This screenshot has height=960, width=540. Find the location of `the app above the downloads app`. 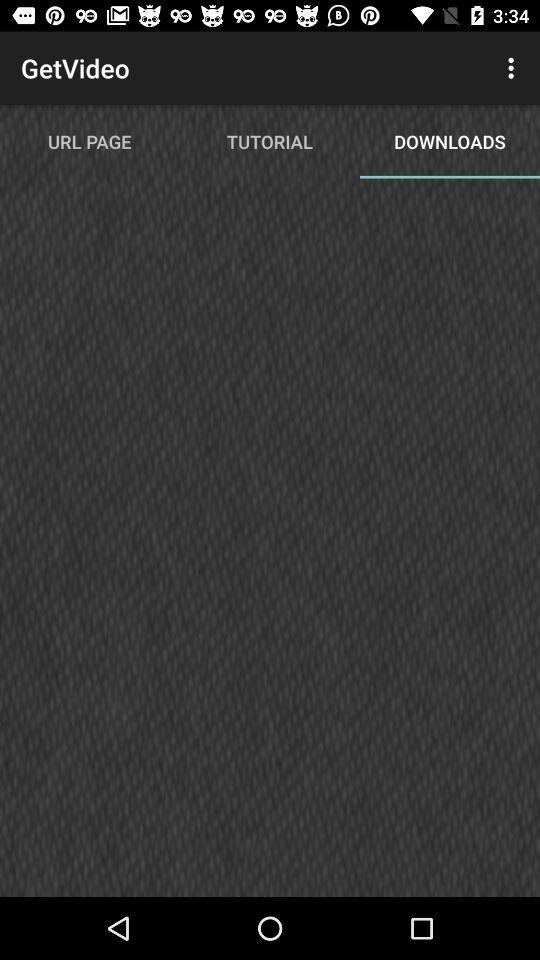

the app above the downloads app is located at coordinates (513, 68).